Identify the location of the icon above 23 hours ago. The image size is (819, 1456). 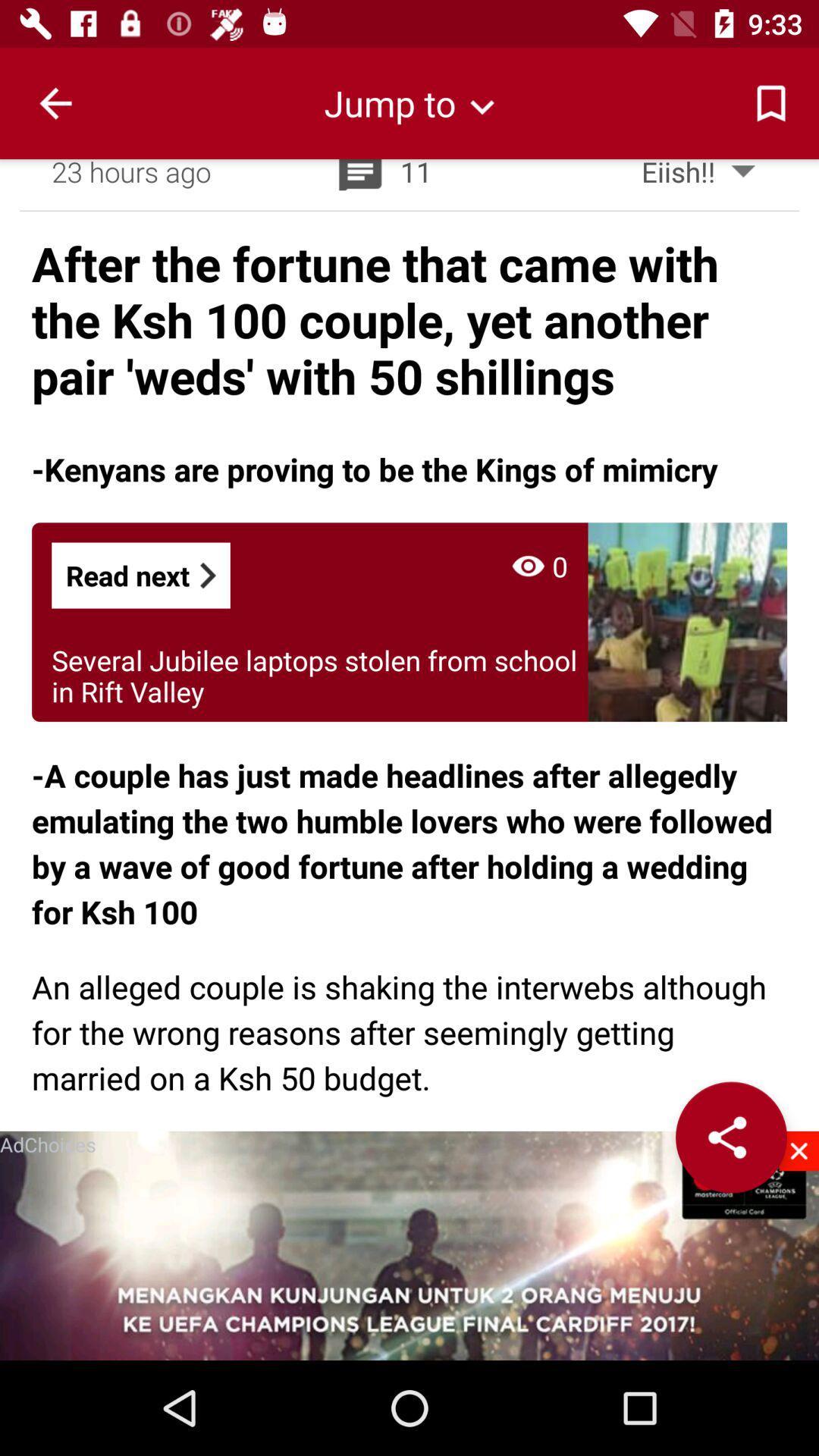
(55, 102).